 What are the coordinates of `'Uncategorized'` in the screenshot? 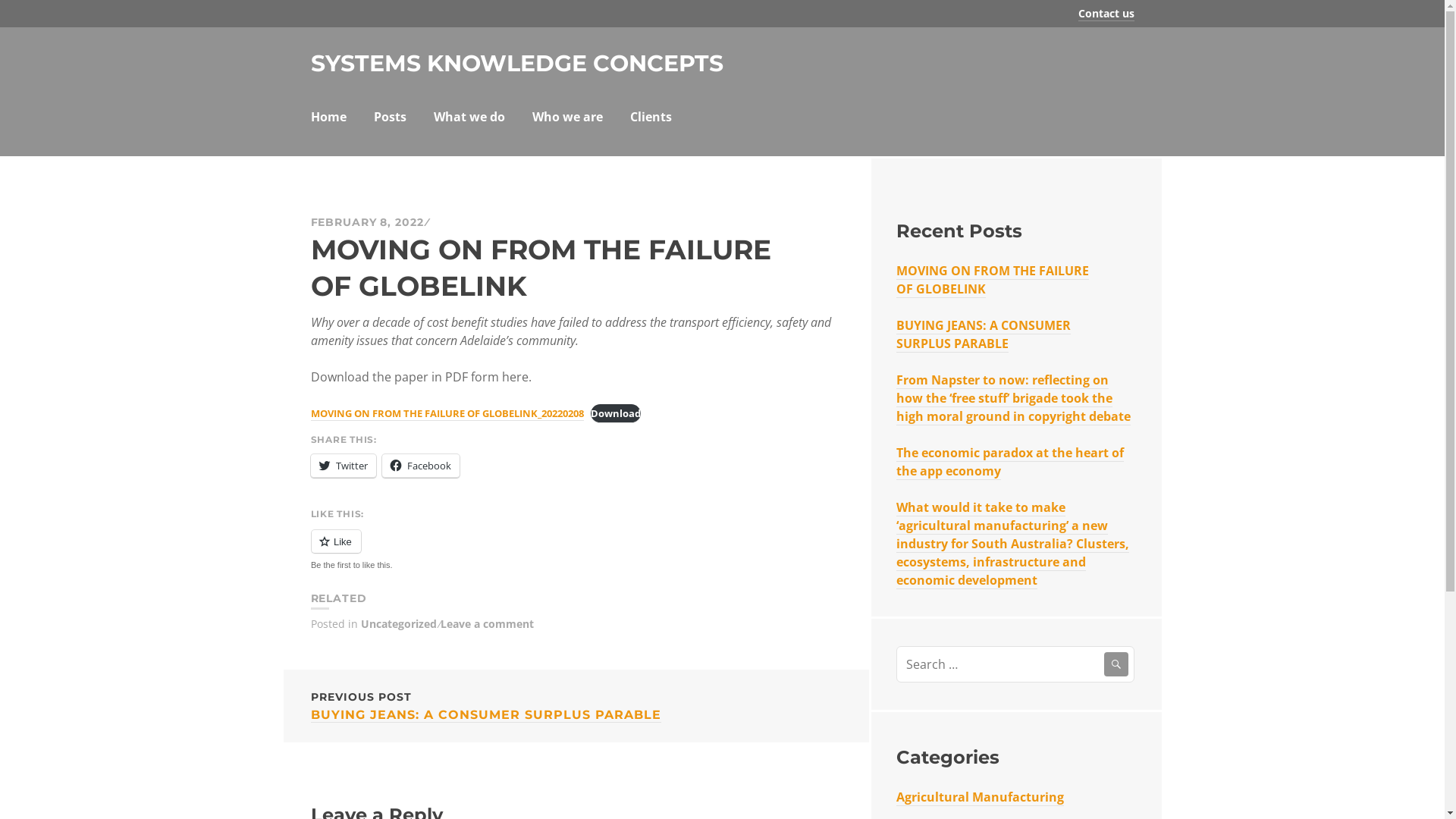 It's located at (399, 623).